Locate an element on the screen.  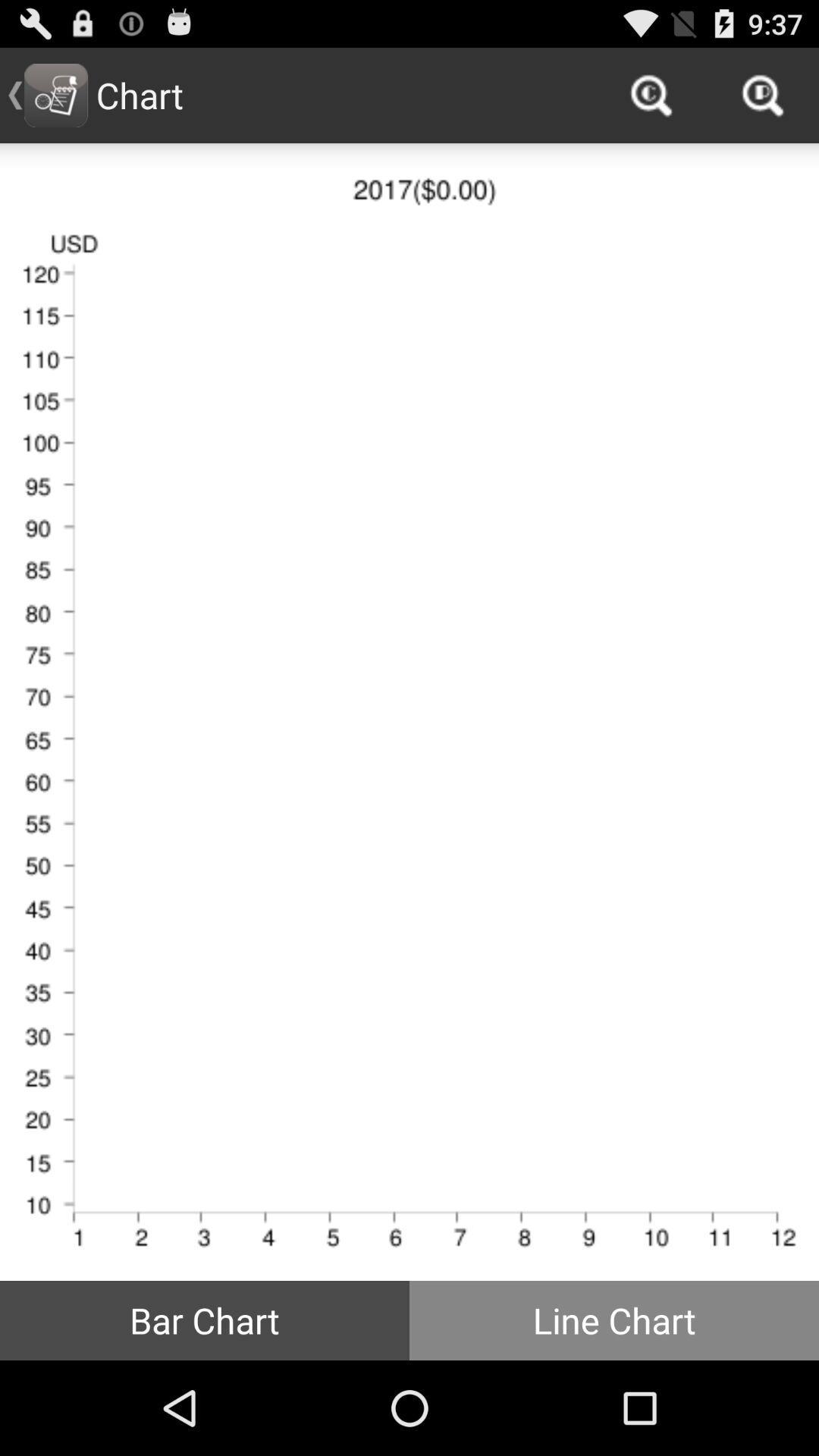
the line chart icon is located at coordinates (614, 1319).